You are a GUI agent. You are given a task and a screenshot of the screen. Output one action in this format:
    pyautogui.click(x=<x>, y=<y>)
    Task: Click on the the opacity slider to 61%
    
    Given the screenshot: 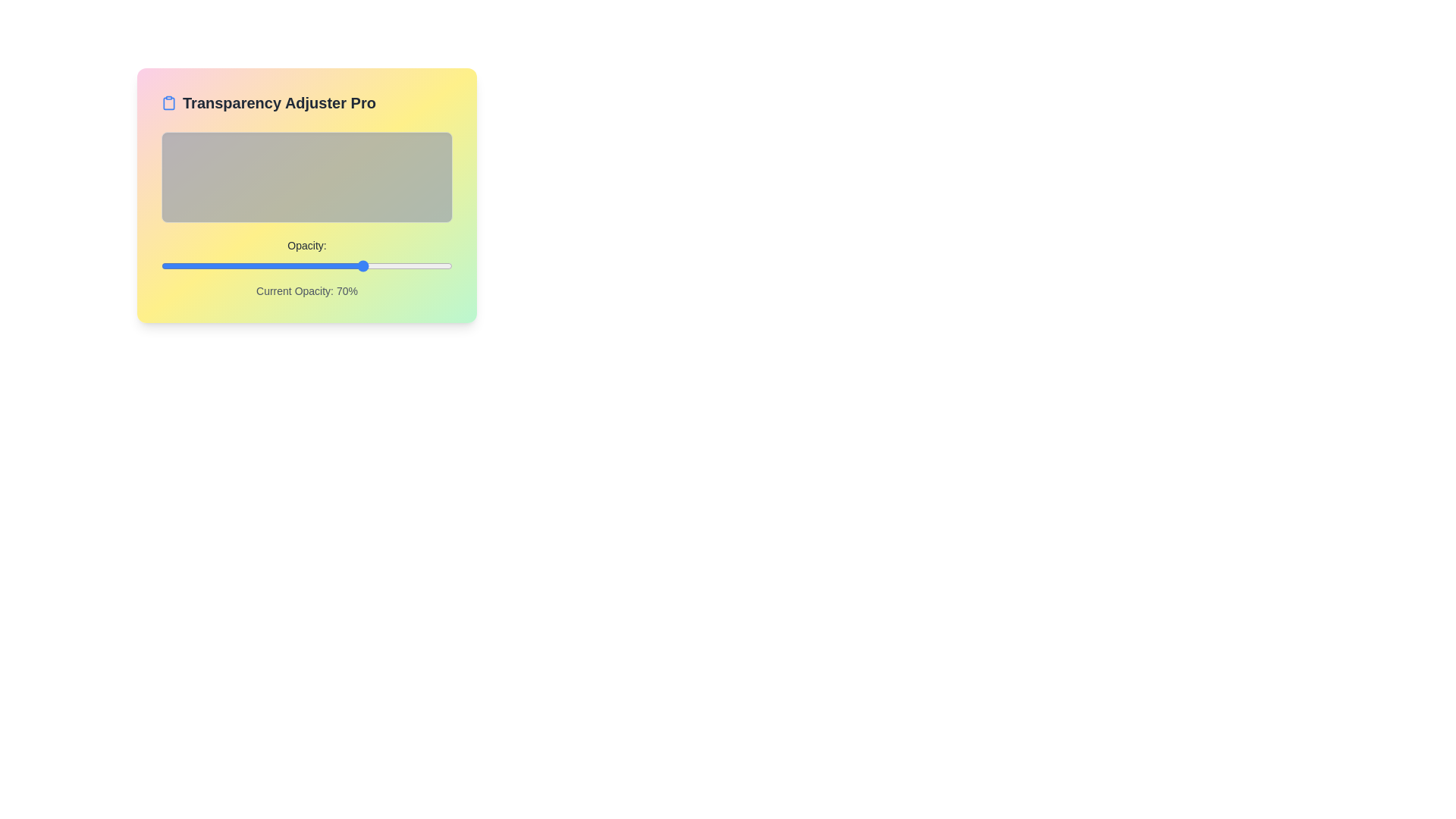 What is the action you would take?
    pyautogui.click(x=338, y=265)
    